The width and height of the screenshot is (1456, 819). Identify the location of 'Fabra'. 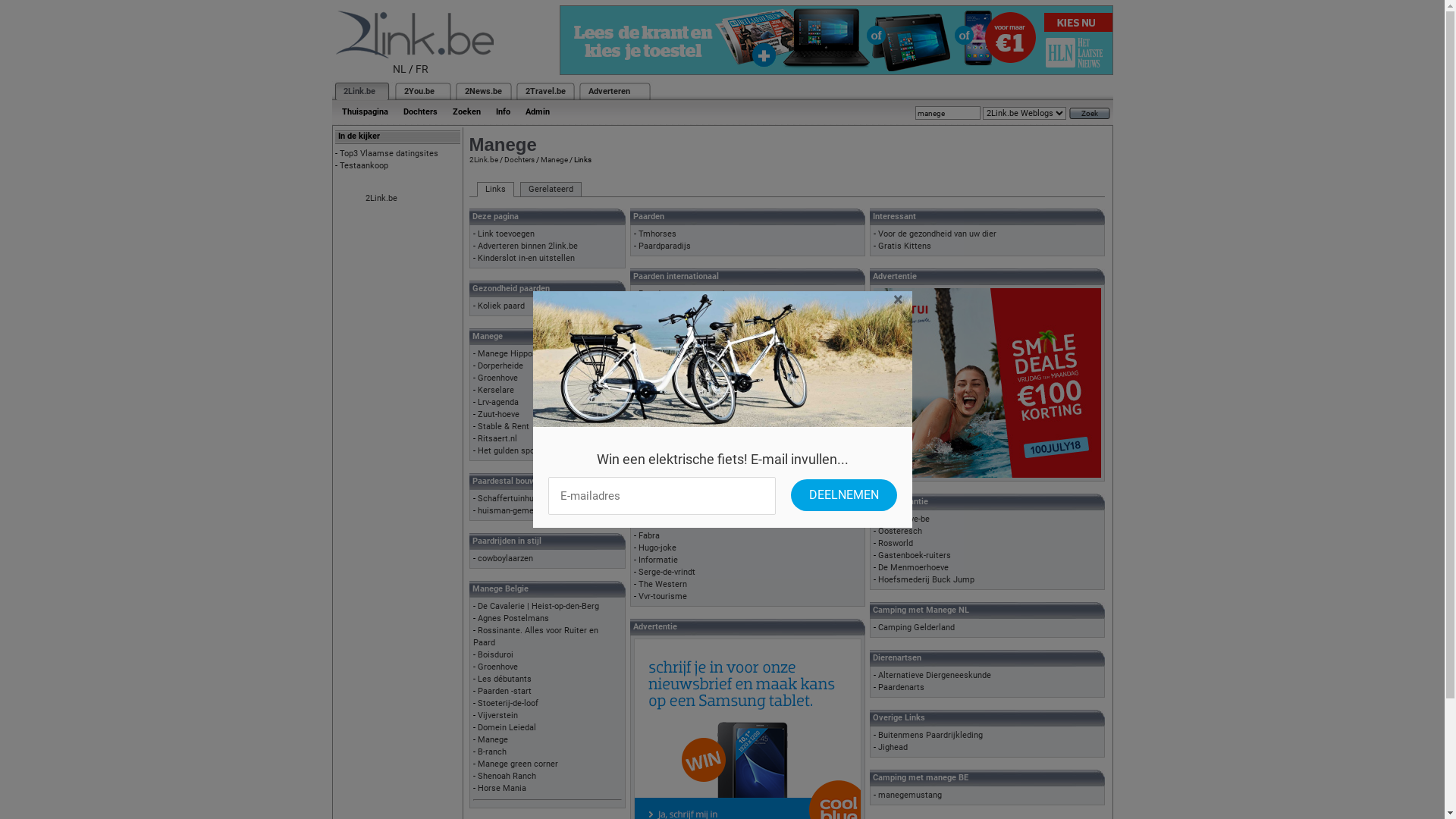
(648, 535).